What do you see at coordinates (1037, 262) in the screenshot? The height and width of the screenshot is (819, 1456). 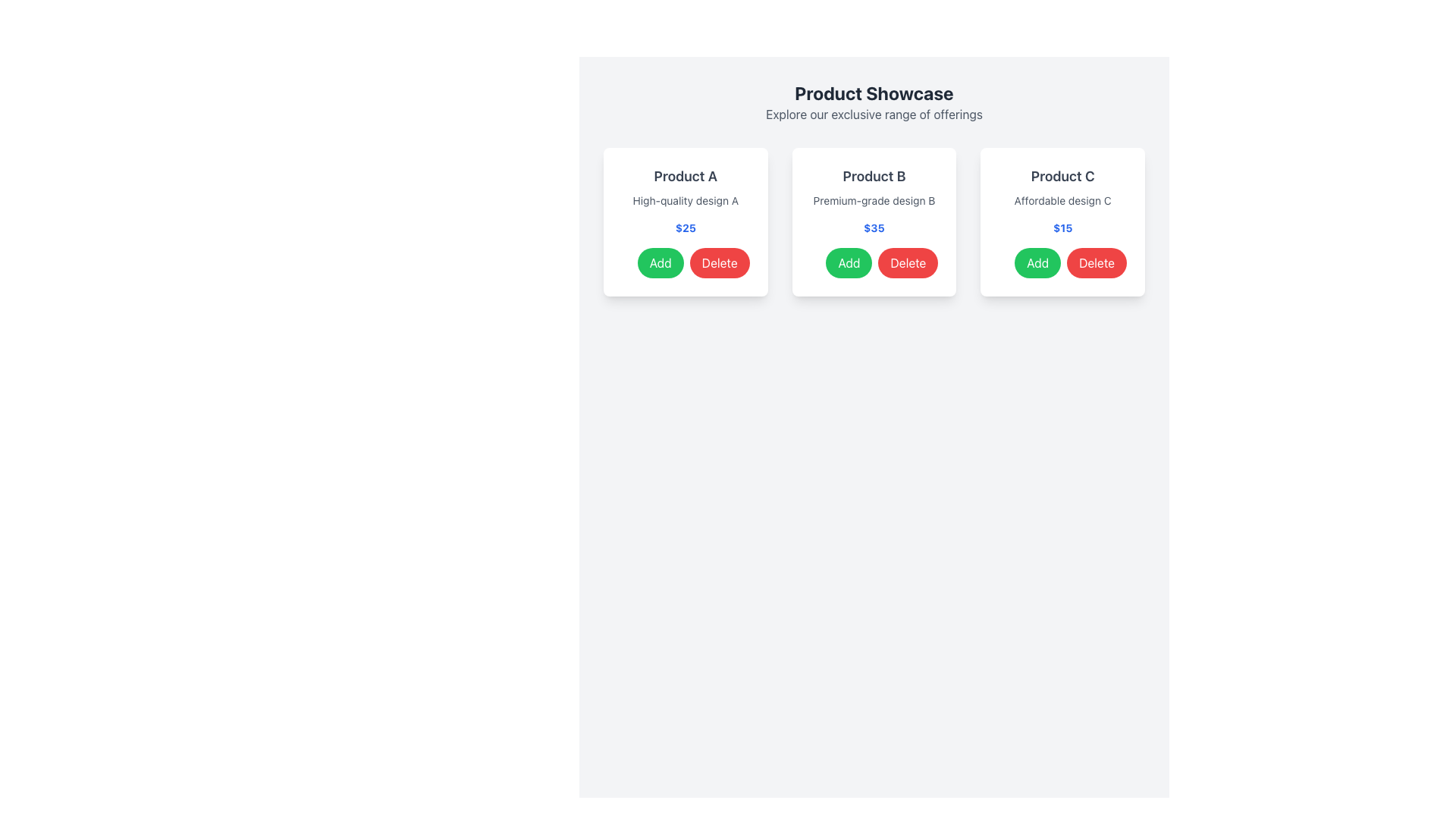 I see `the 'Add' button for Product C located in the bottom-right corner of its product card` at bounding box center [1037, 262].